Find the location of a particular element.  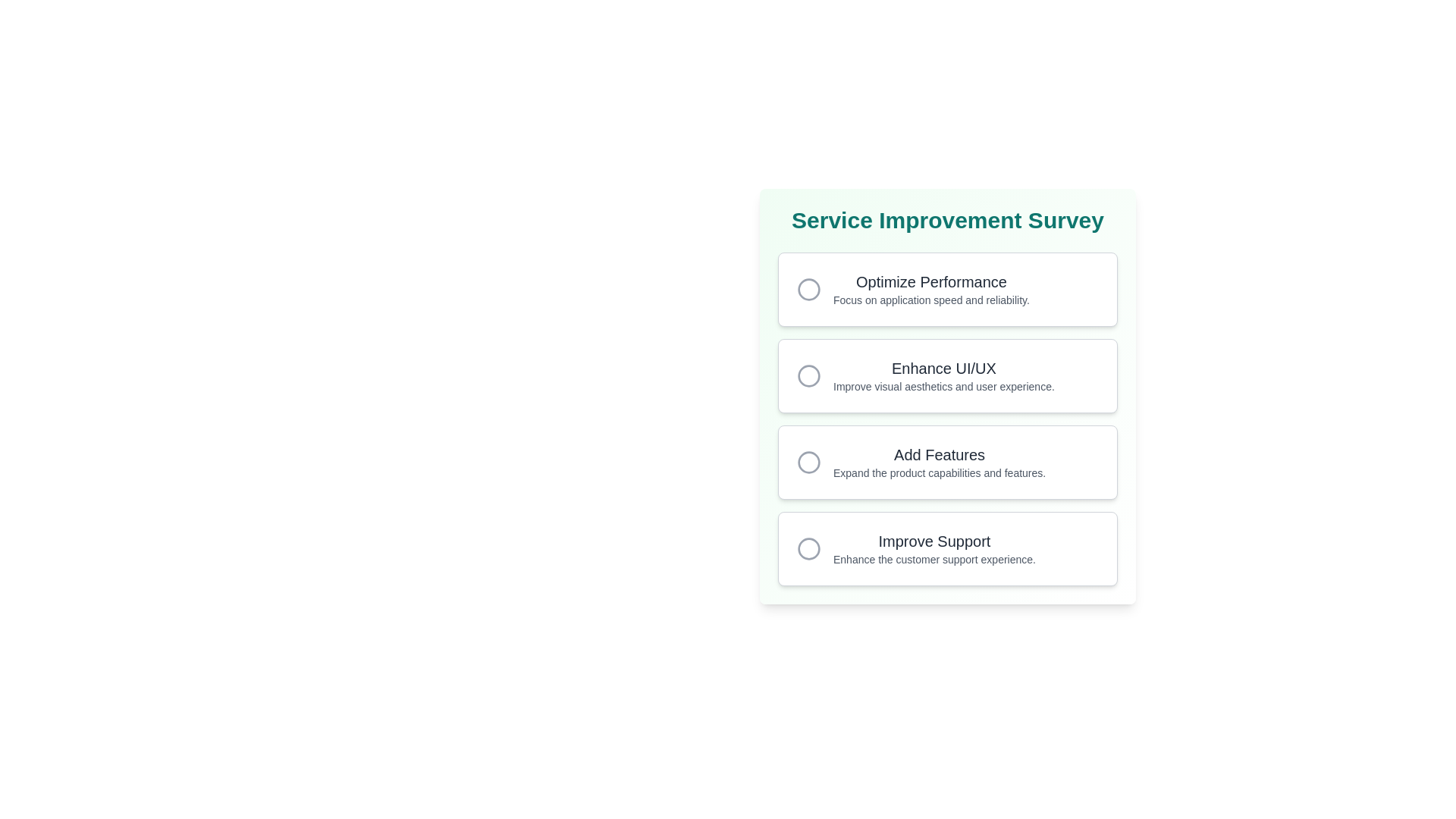

the unselected radio button icon located to the left of the 'Add Features' text is located at coordinates (808, 461).